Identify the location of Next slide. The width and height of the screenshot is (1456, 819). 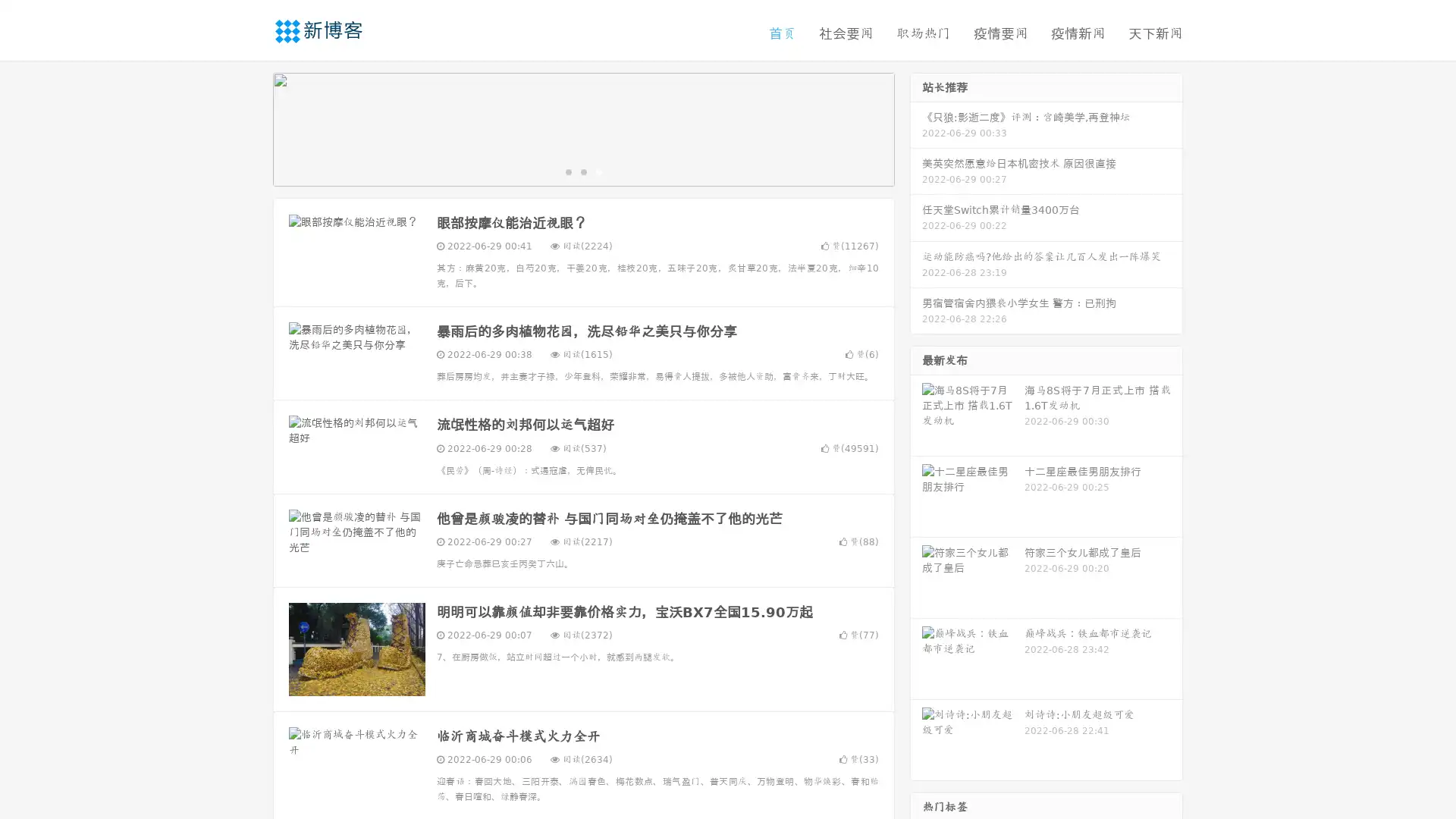
(916, 127).